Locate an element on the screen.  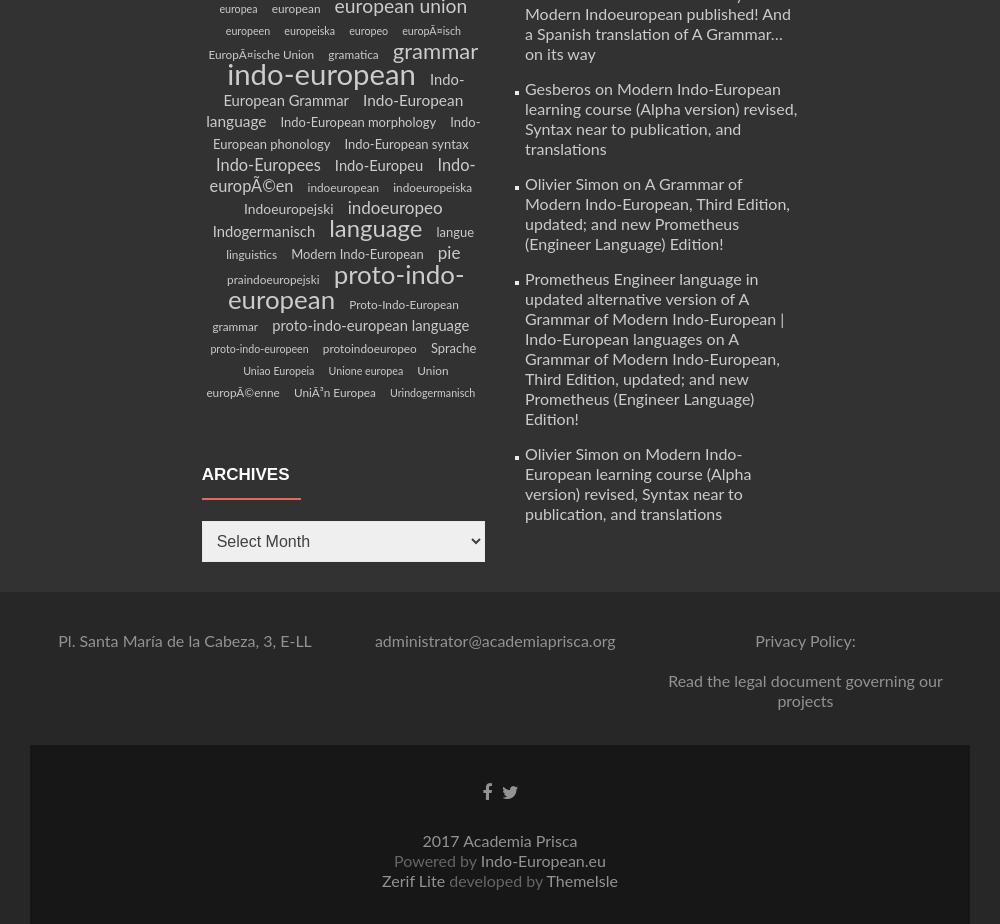
'europea' is located at coordinates (237, 8).